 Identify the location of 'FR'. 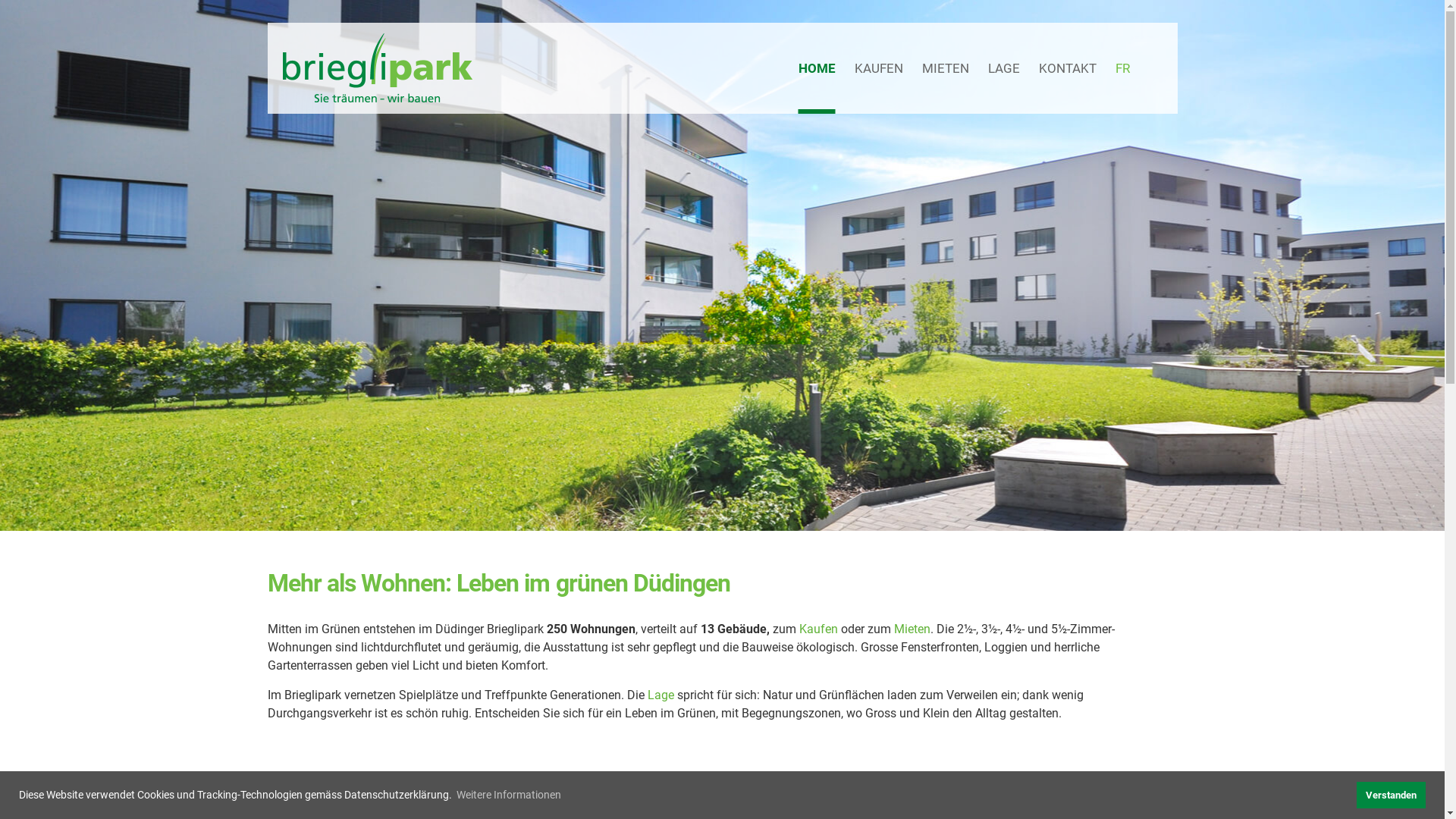
(1114, 67).